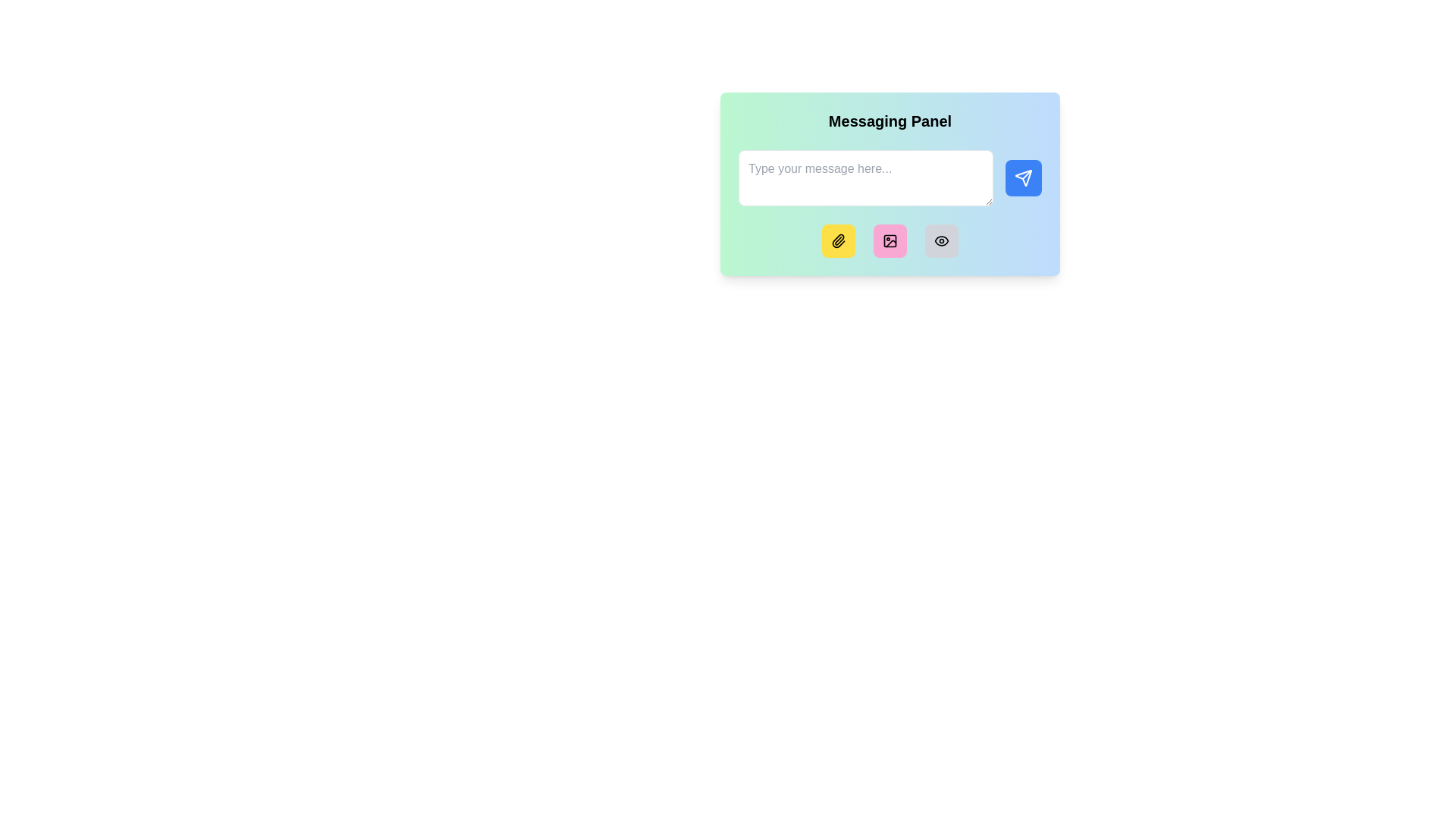 This screenshot has width=1456, height=819. Describe the element at coordinates (941, 240) in the screenshot. I see `the icon button located at the bottom-right corner of the messaging panel` at that location.